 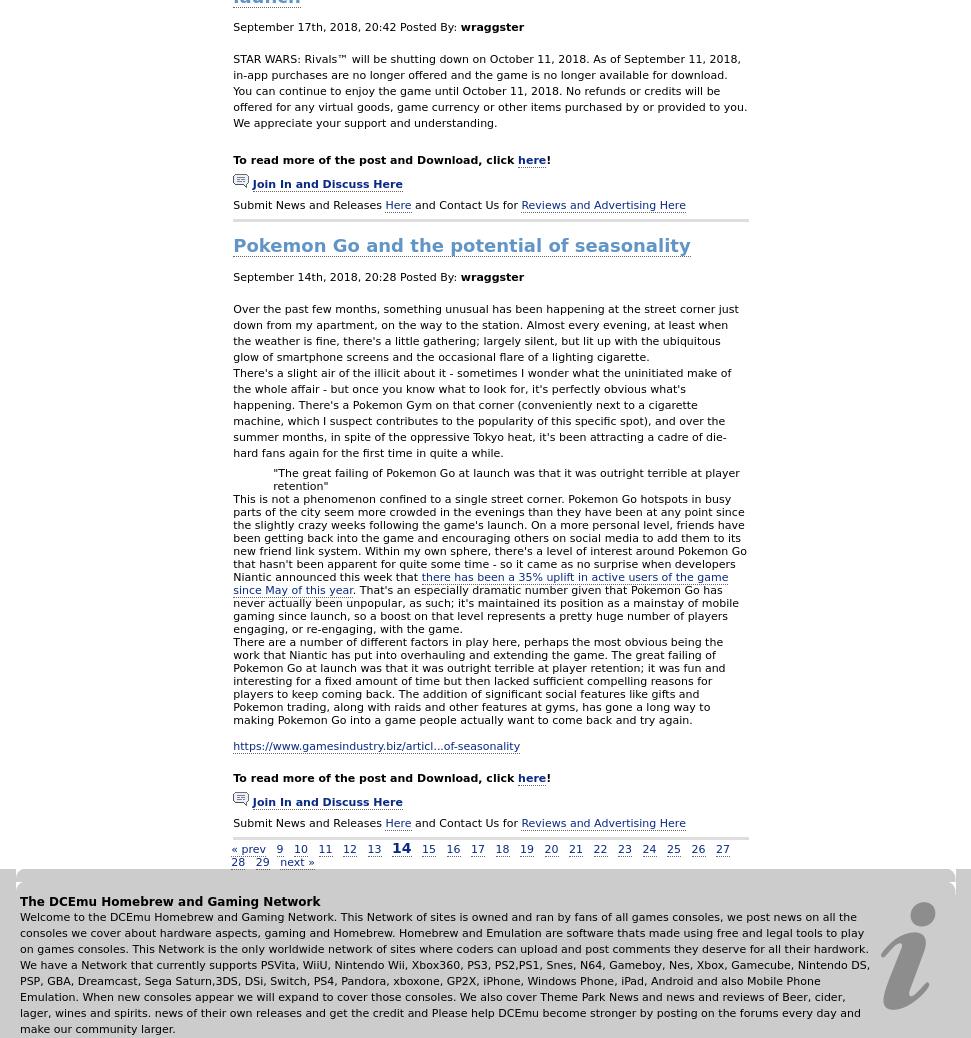 What do you see at coordinates (504, 479) in the screenshot?
I see `'"The great failing of Pokemon Go at launch was that it was outright terrible at player retention"'` at bounding box center [504, 479].